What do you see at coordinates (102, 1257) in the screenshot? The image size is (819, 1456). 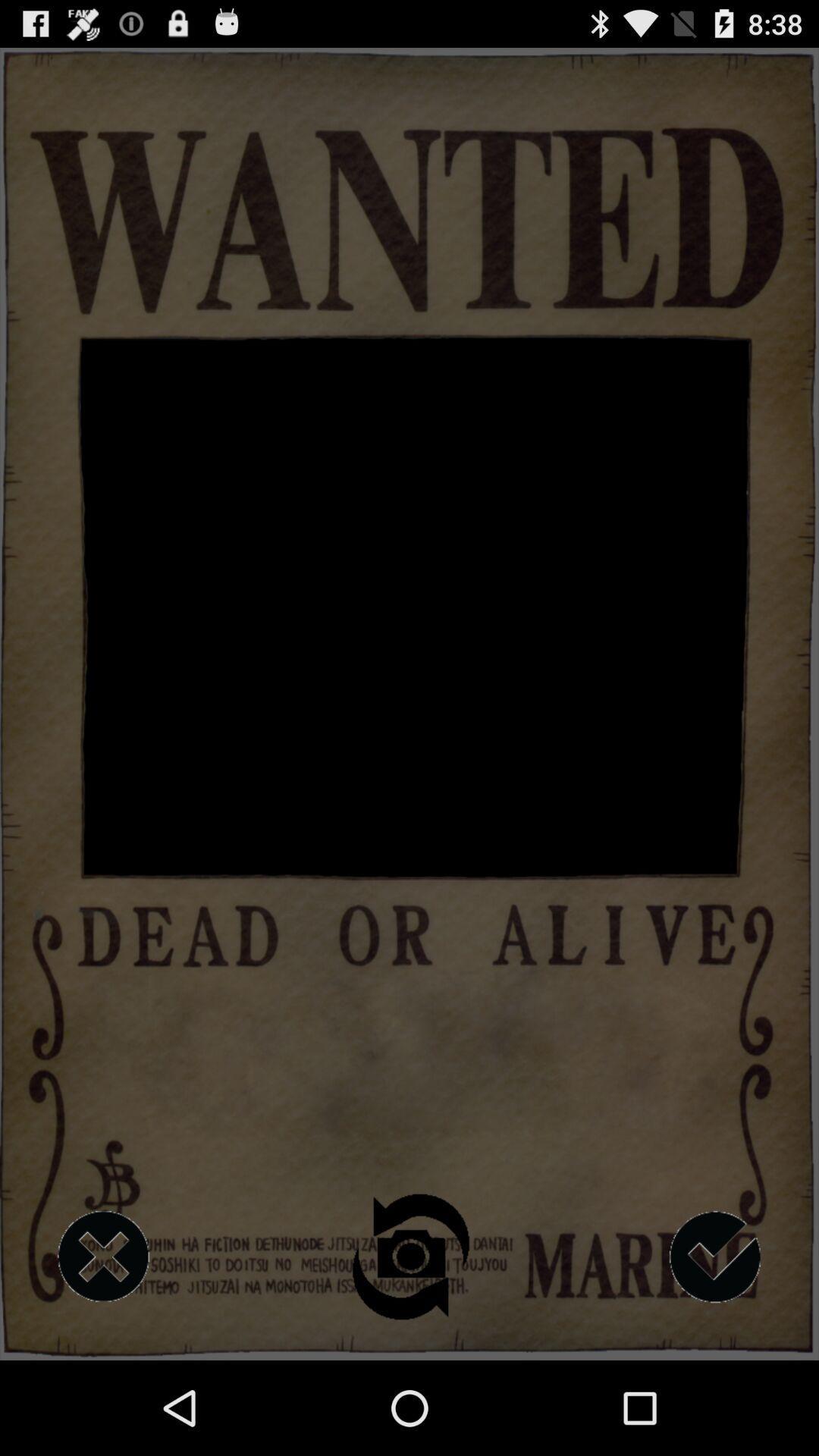 I see `item at the bottom left corner` at bounding box center [102, 1257].